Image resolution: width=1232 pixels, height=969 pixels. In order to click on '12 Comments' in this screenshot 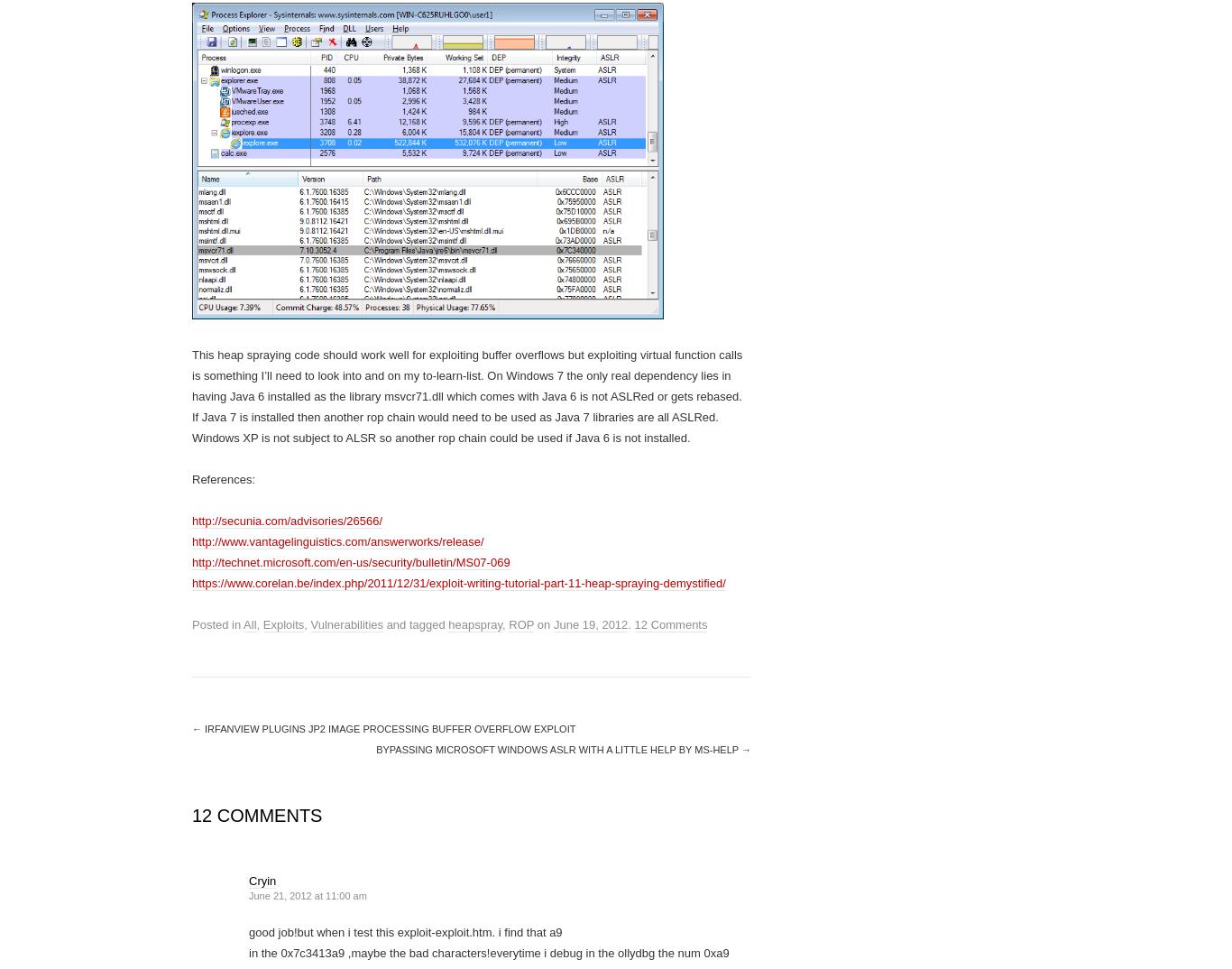, I will do `click(670, 623)`.